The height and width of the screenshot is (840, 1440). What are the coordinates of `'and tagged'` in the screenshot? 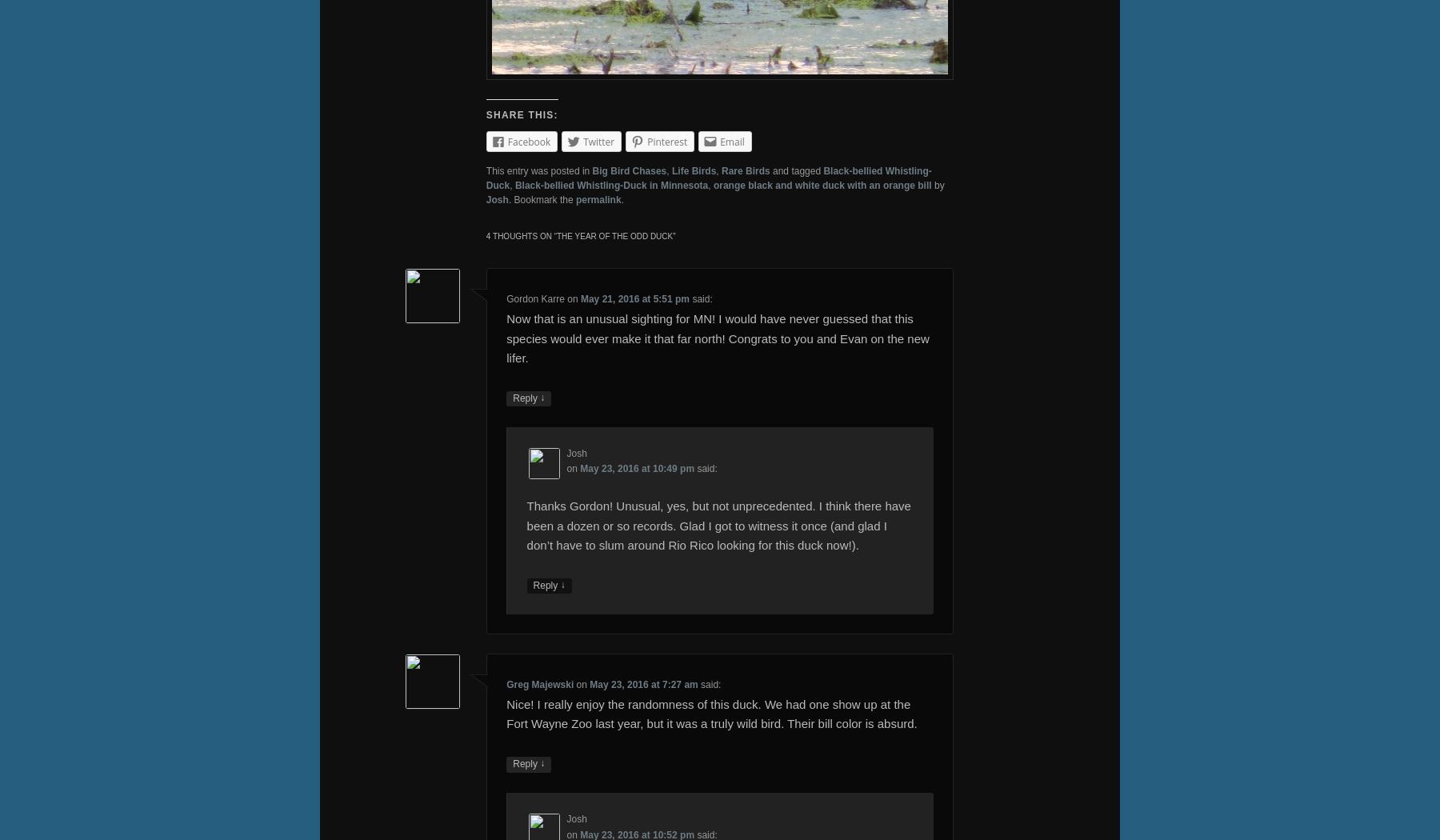 It's located at (795, 170).